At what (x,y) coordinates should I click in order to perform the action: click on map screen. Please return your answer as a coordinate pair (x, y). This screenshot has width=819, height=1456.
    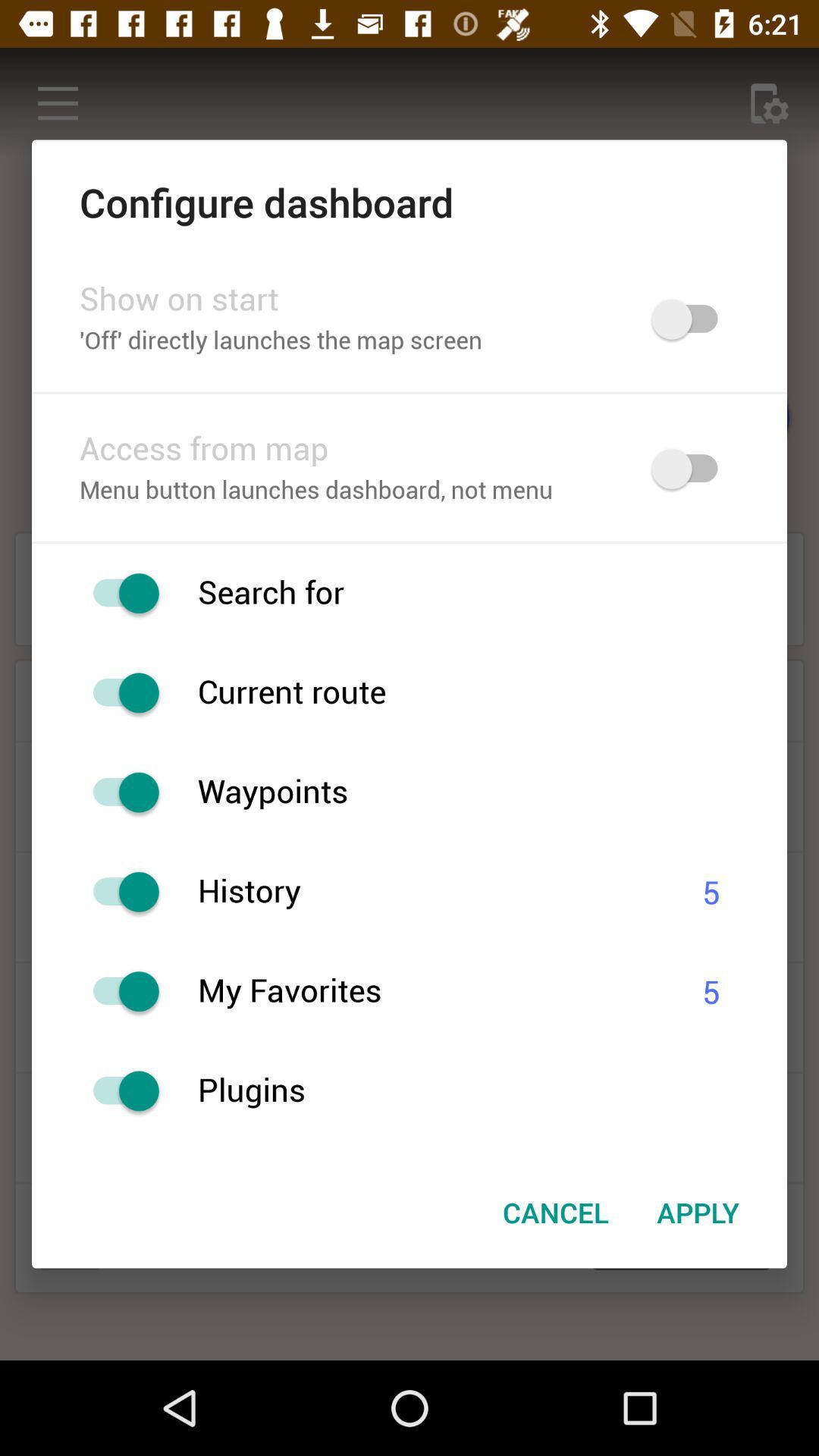
    Looking at the image, I should click on (692, 318).